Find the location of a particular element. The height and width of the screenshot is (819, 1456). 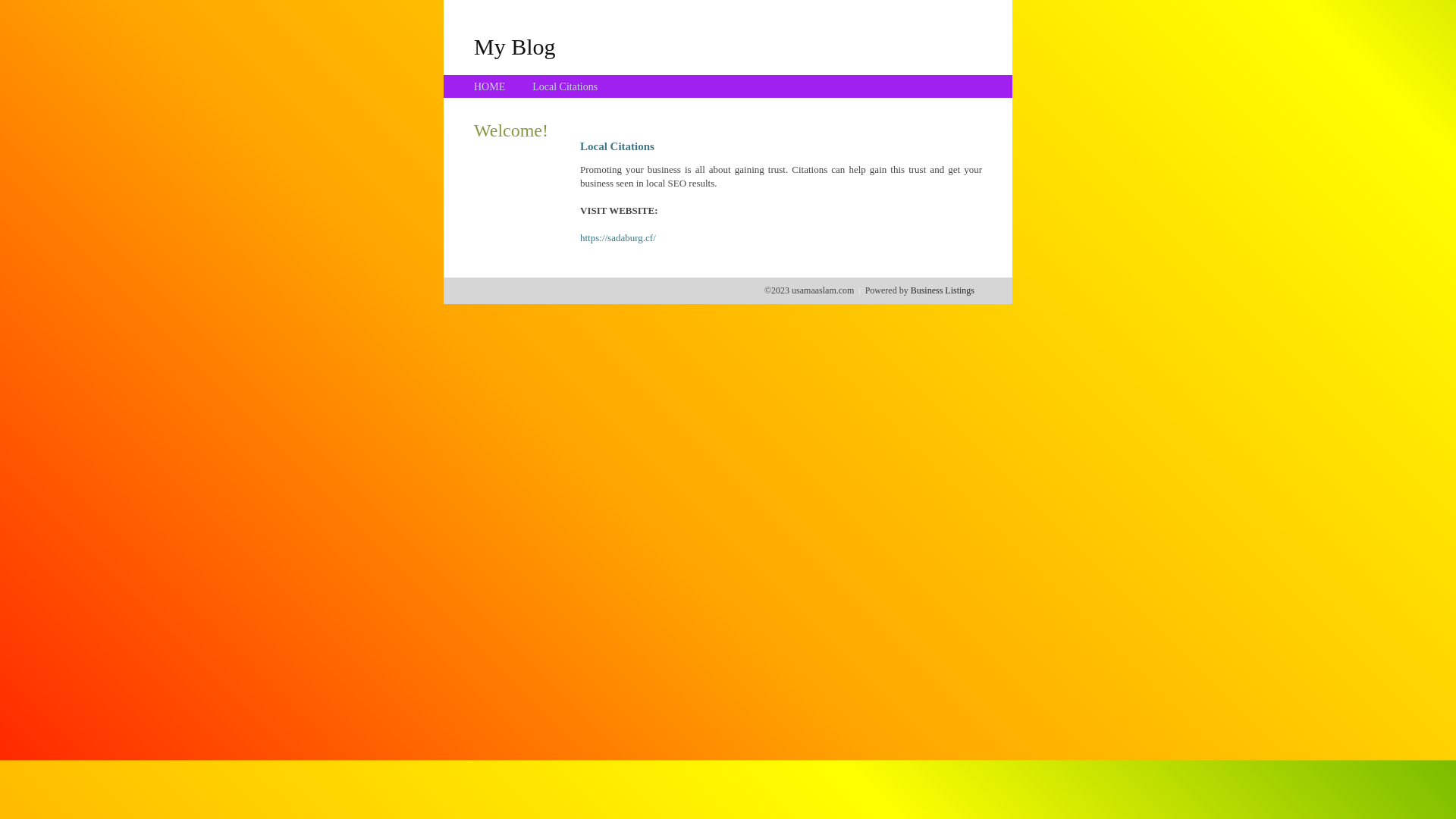

'https://sadaburg.cf/' is located at coordinates (618, 237).